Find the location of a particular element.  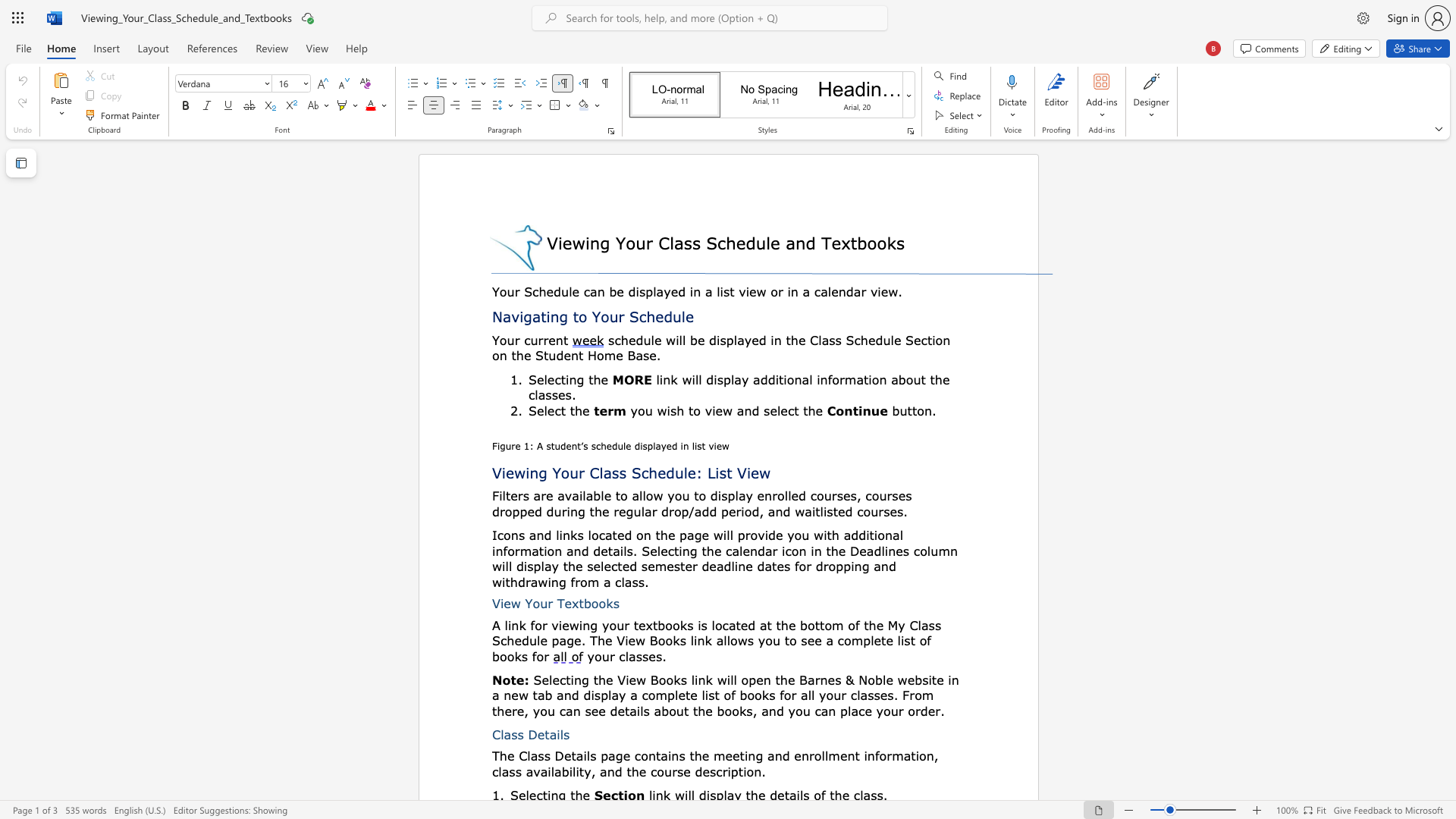

the subset text "Icons a" within the text "Icons and links" is located at coordinates (491, 534).